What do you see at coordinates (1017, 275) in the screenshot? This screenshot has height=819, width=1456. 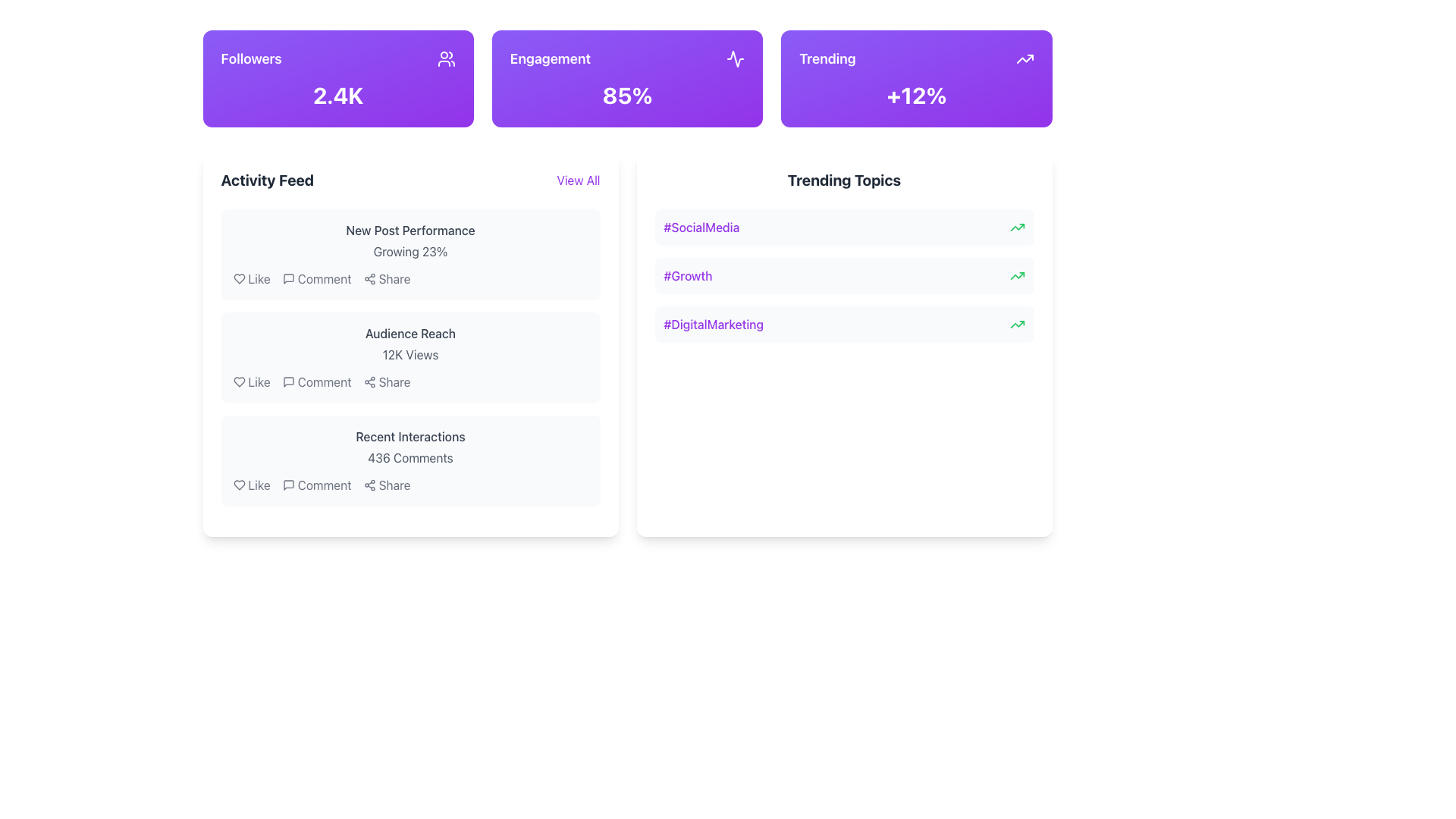 I see `the upward trend icon located in the 'Trending Topics' section, specifically to the right of the '#Growth' label` at bounding box center [1017, 275].